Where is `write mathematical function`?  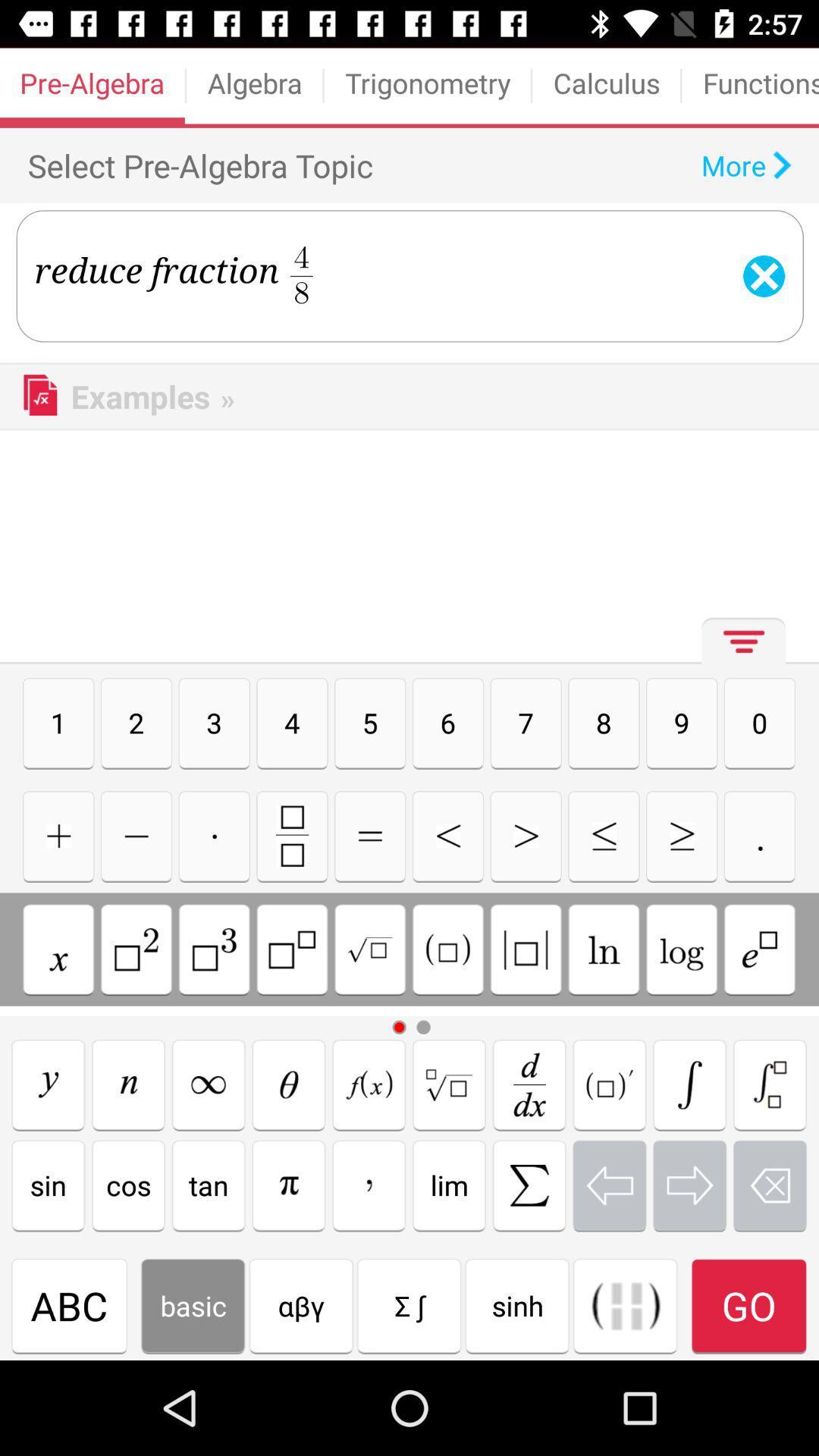 write mathematical function is located at coordinates (770, 1084).